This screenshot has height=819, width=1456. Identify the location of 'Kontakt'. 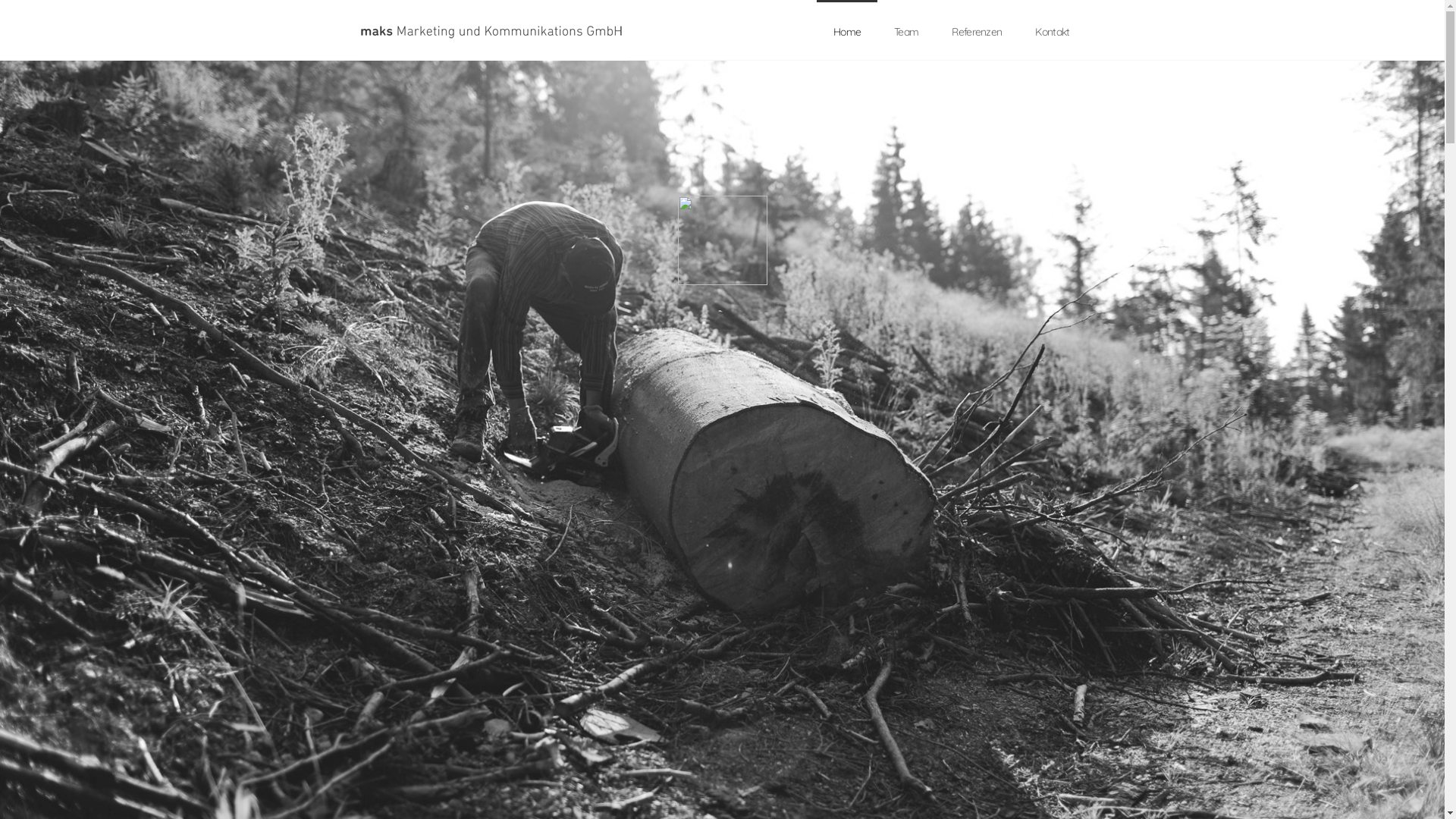
(1018, 31).